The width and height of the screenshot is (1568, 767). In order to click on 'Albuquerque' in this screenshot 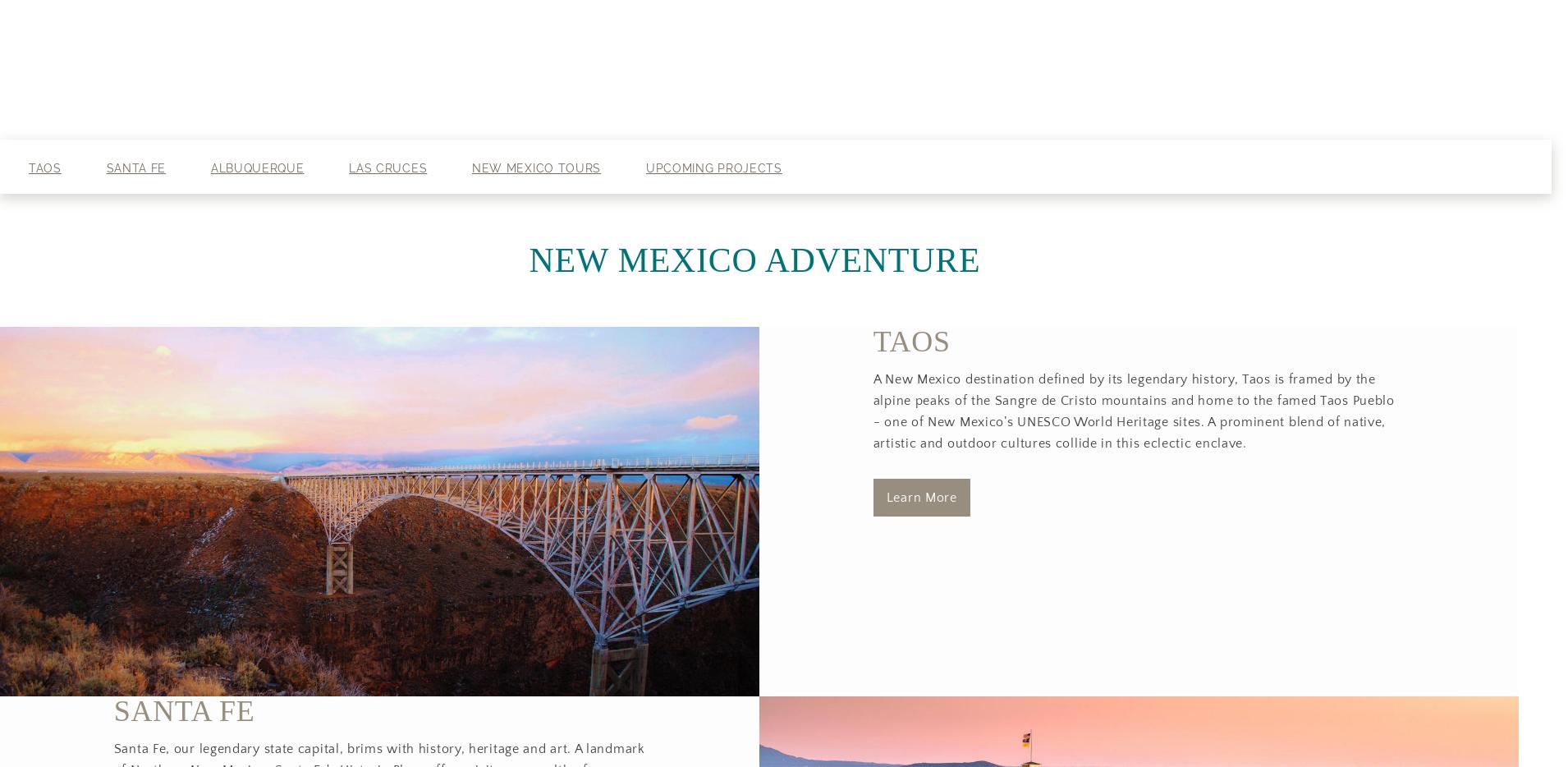, I will do `click(209, 168)`.